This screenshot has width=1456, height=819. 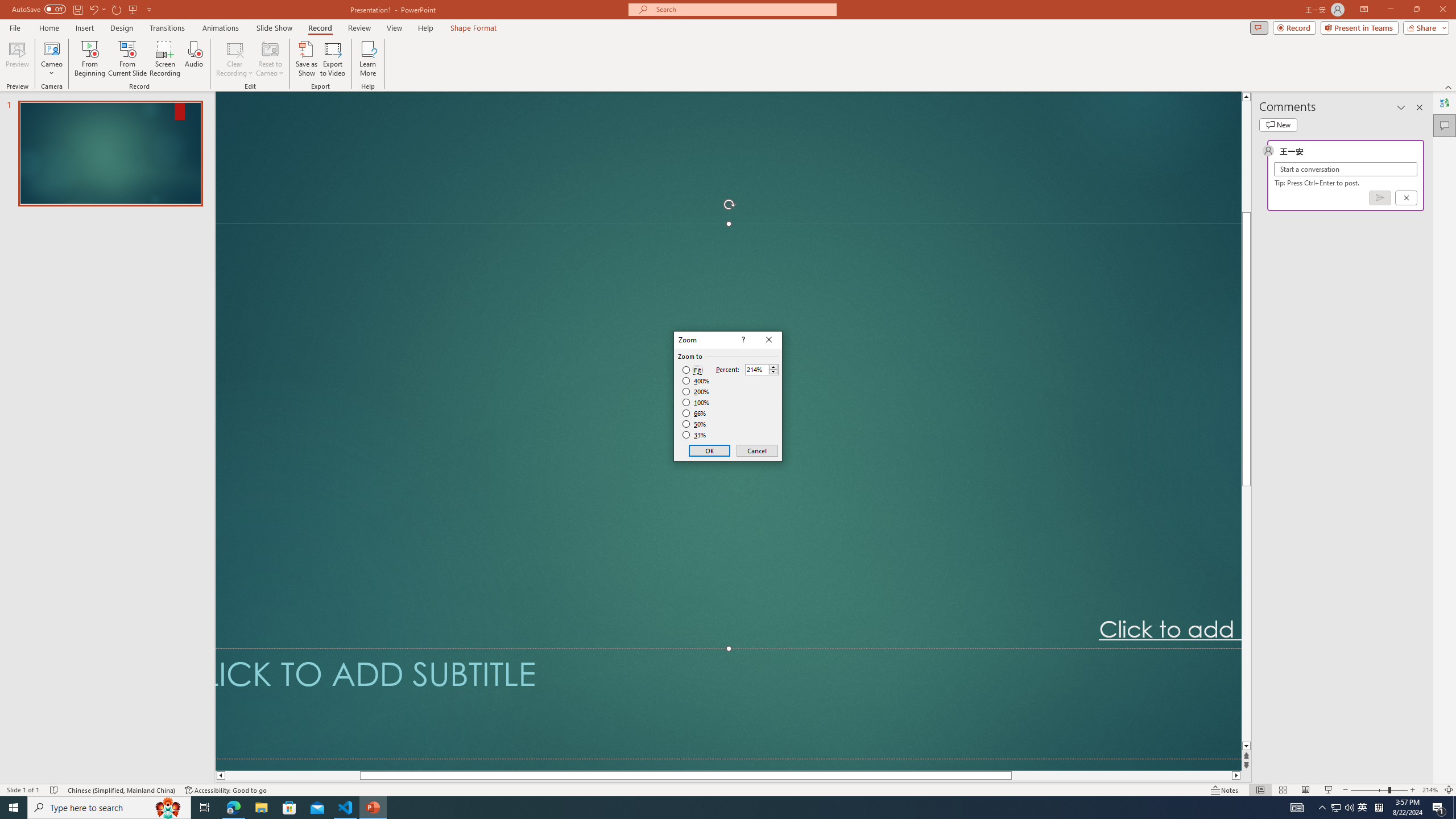 I want to click on '400%', so click(x=696, y=381).